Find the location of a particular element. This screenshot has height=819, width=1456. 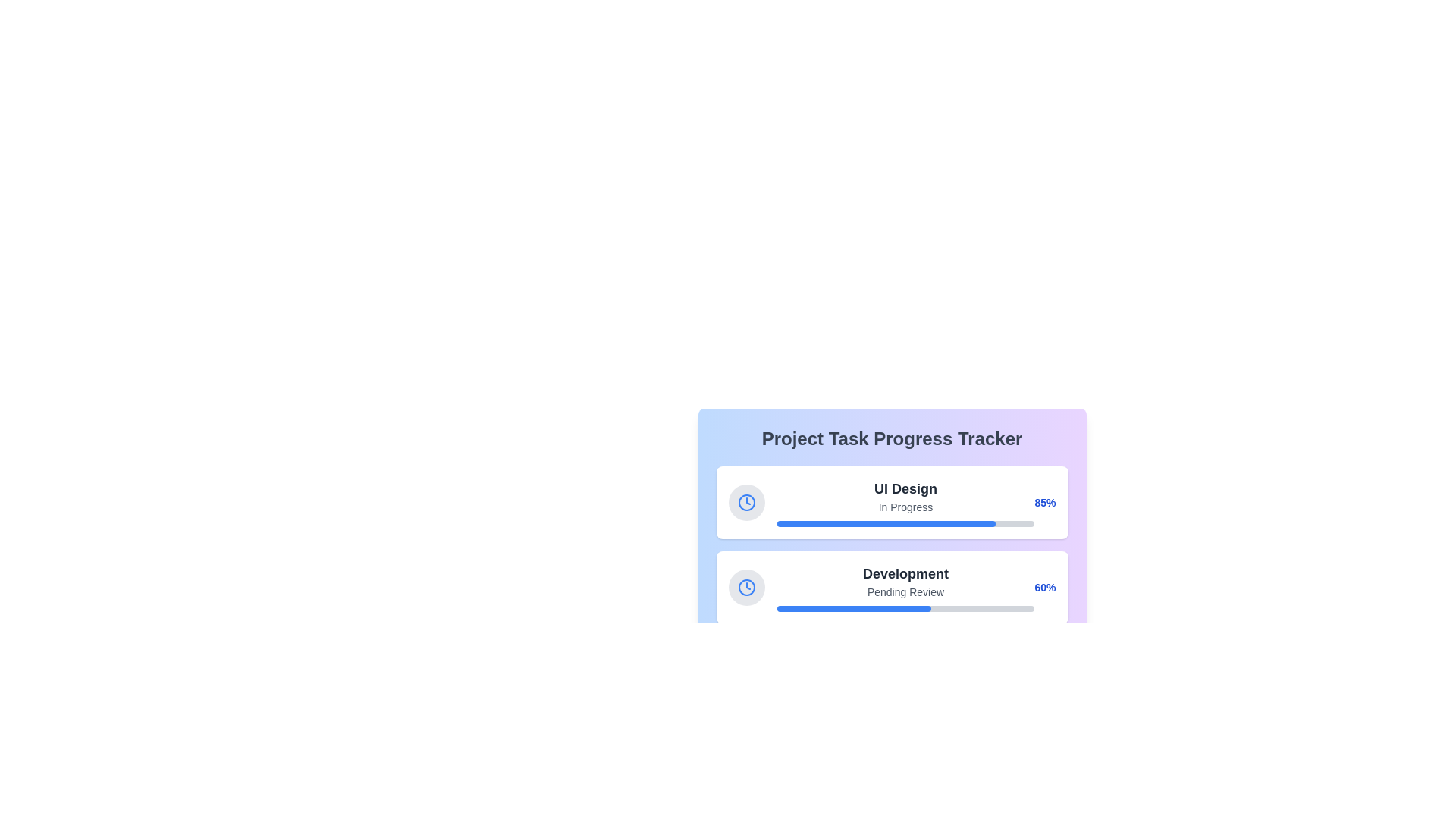

the icon located in the top-left corner of the card layout marked with 'Development' and 'Pending Review' which serves as a visual marker related to time or scheduling is located at coordinates (746, 587).